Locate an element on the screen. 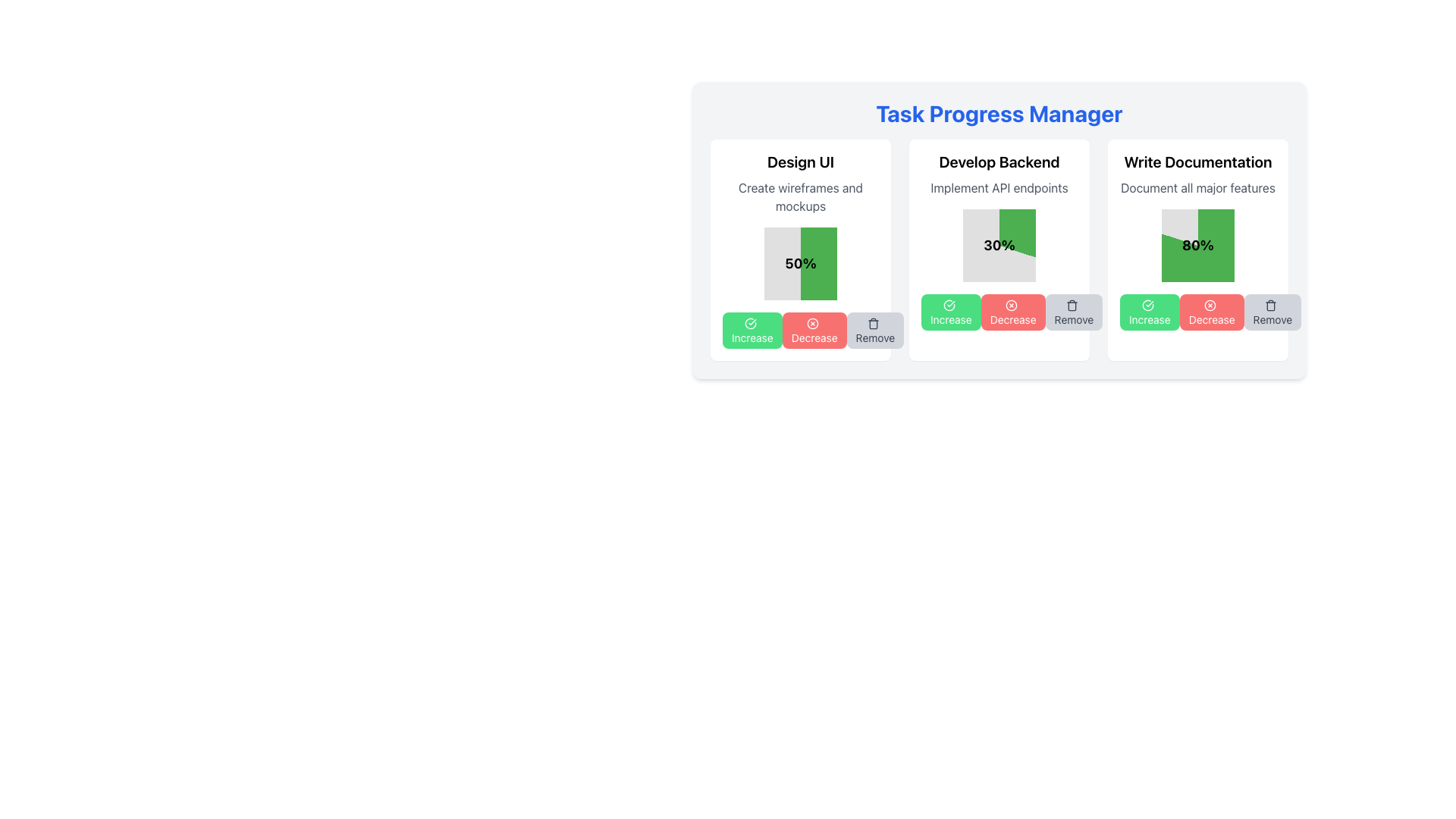 The width and height of the screenshot is (1456, 819). the red circular button with an 'X' symbol, which is located within the 'Decrease' button of the Task Progress Manager interface is located at coordinates (812, 323).